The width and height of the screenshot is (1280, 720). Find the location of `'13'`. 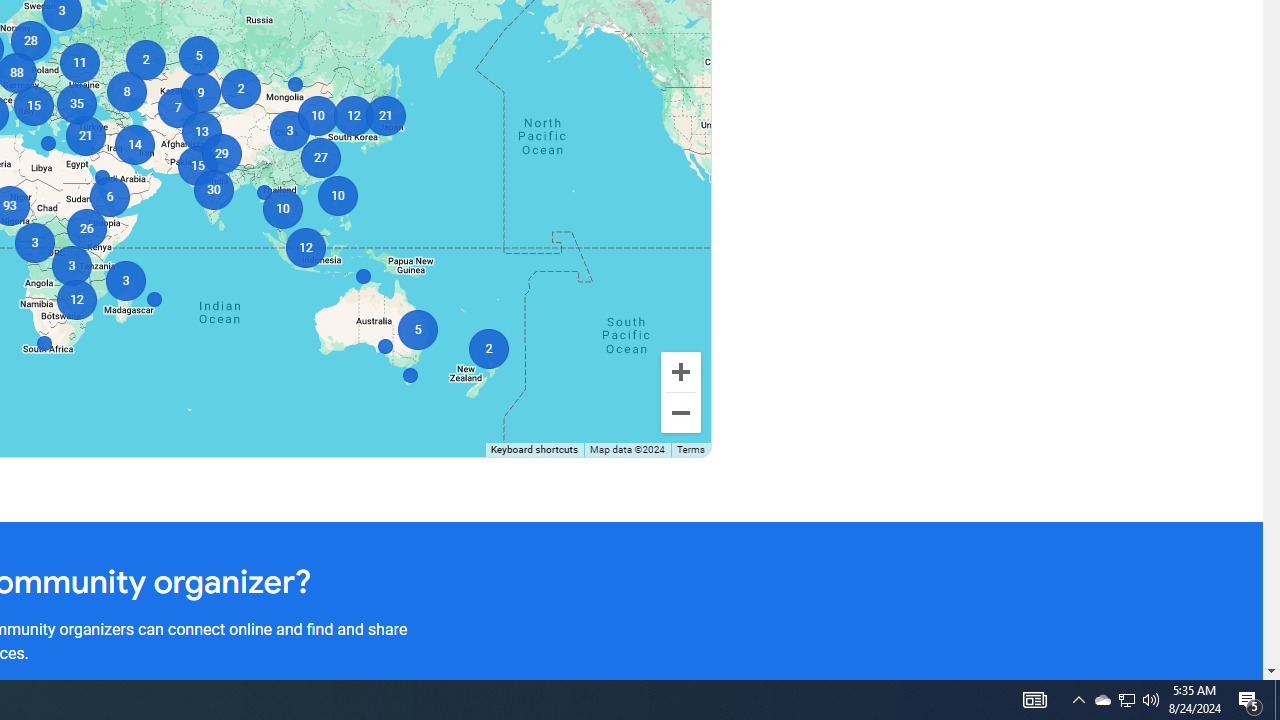

'13' is located at coordinates (200, 132).